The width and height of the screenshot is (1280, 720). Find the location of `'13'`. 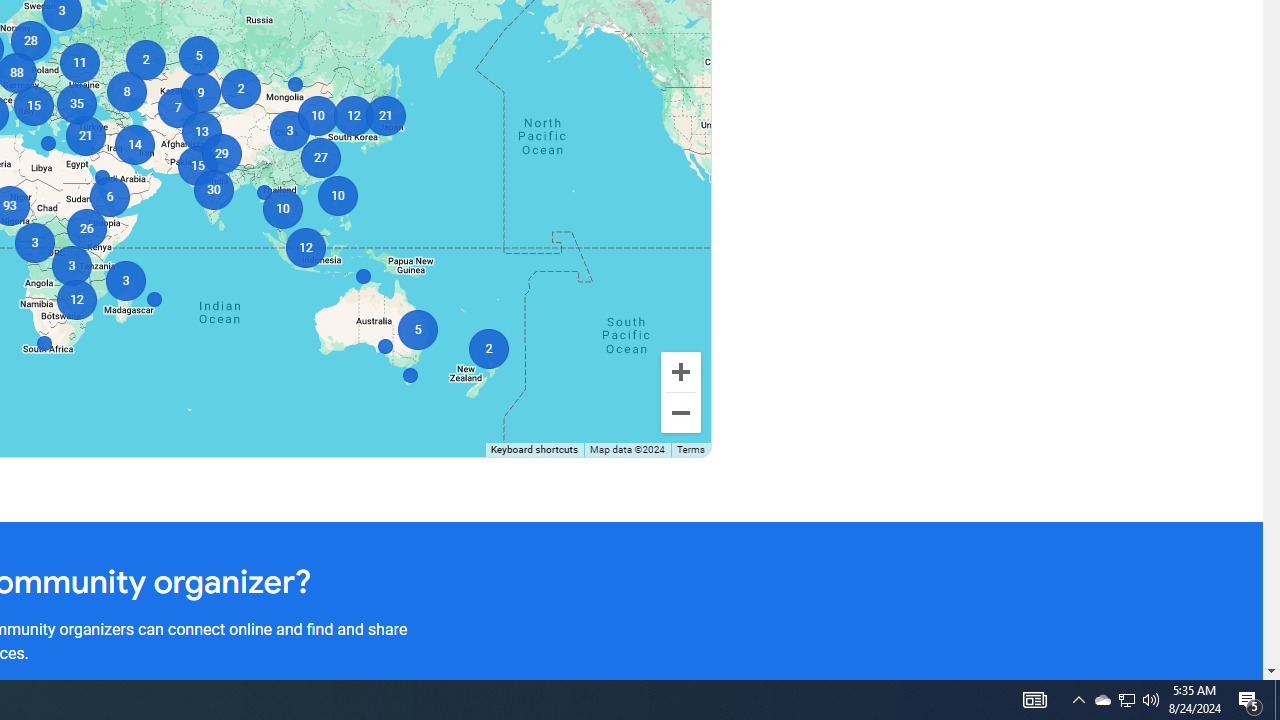

'13' is located at coordinates (200, 132).